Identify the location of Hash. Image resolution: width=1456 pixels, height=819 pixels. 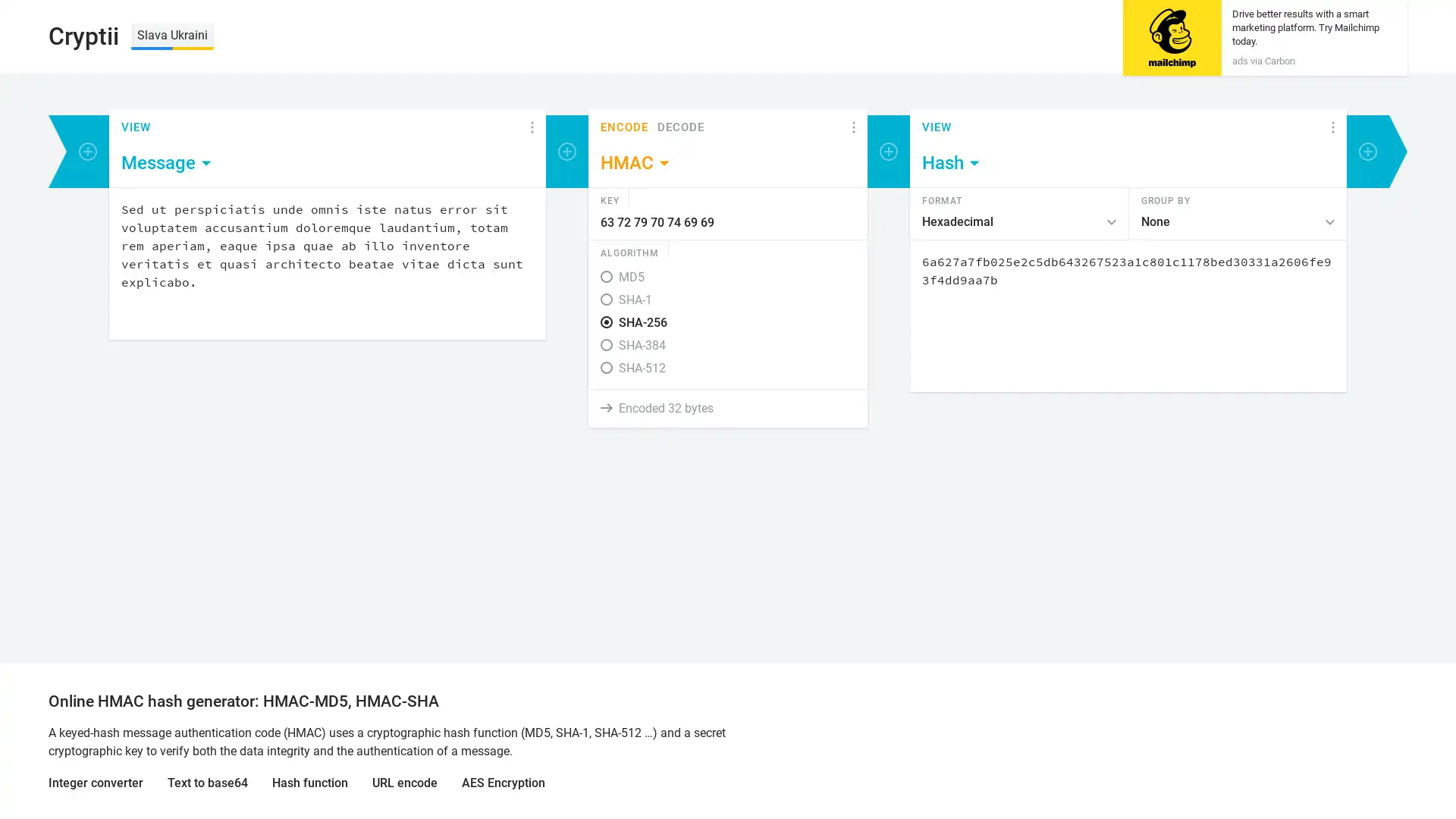
(951, 163).